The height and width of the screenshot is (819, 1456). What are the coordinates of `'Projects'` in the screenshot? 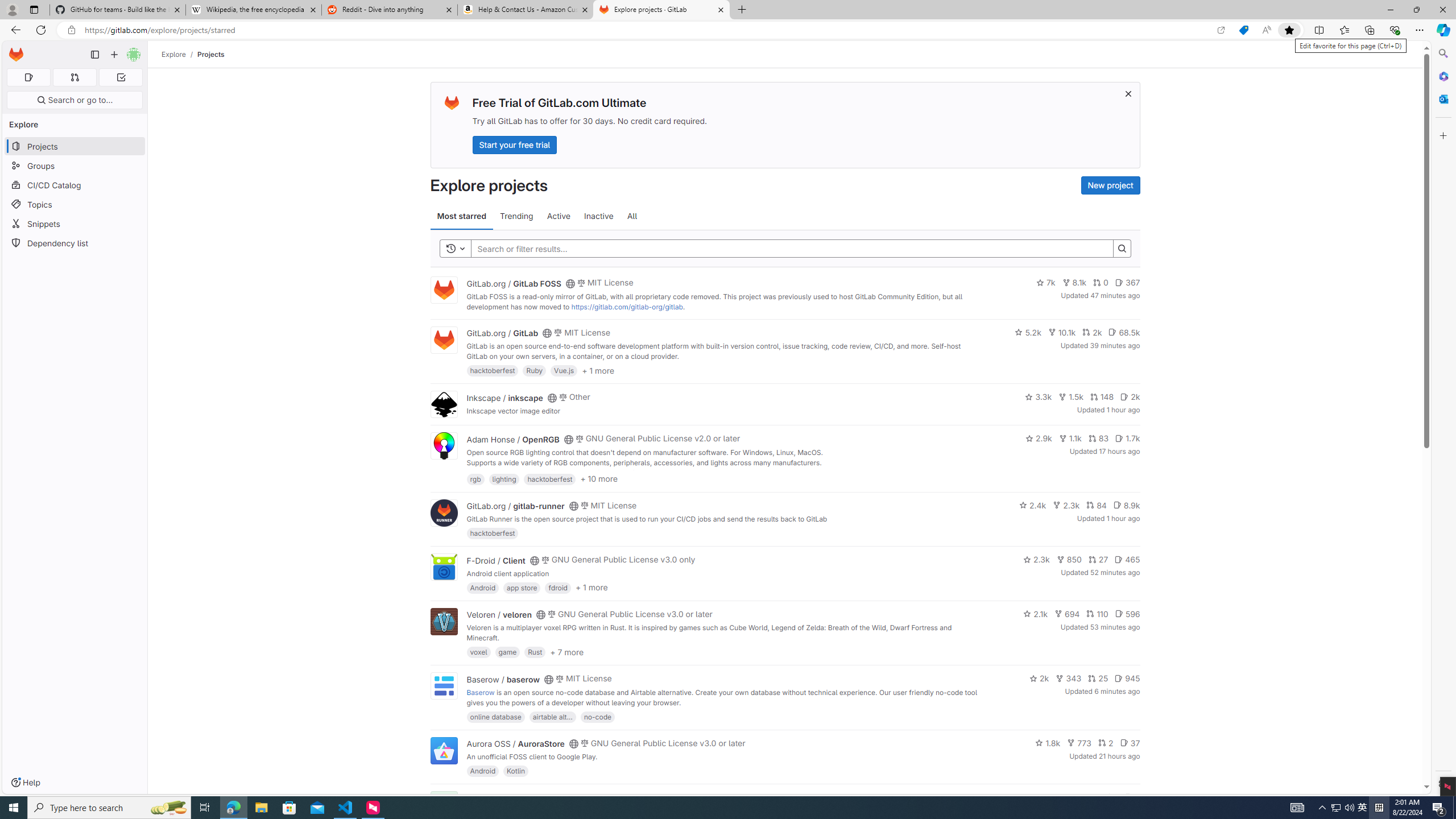 It's located at (210, 54).